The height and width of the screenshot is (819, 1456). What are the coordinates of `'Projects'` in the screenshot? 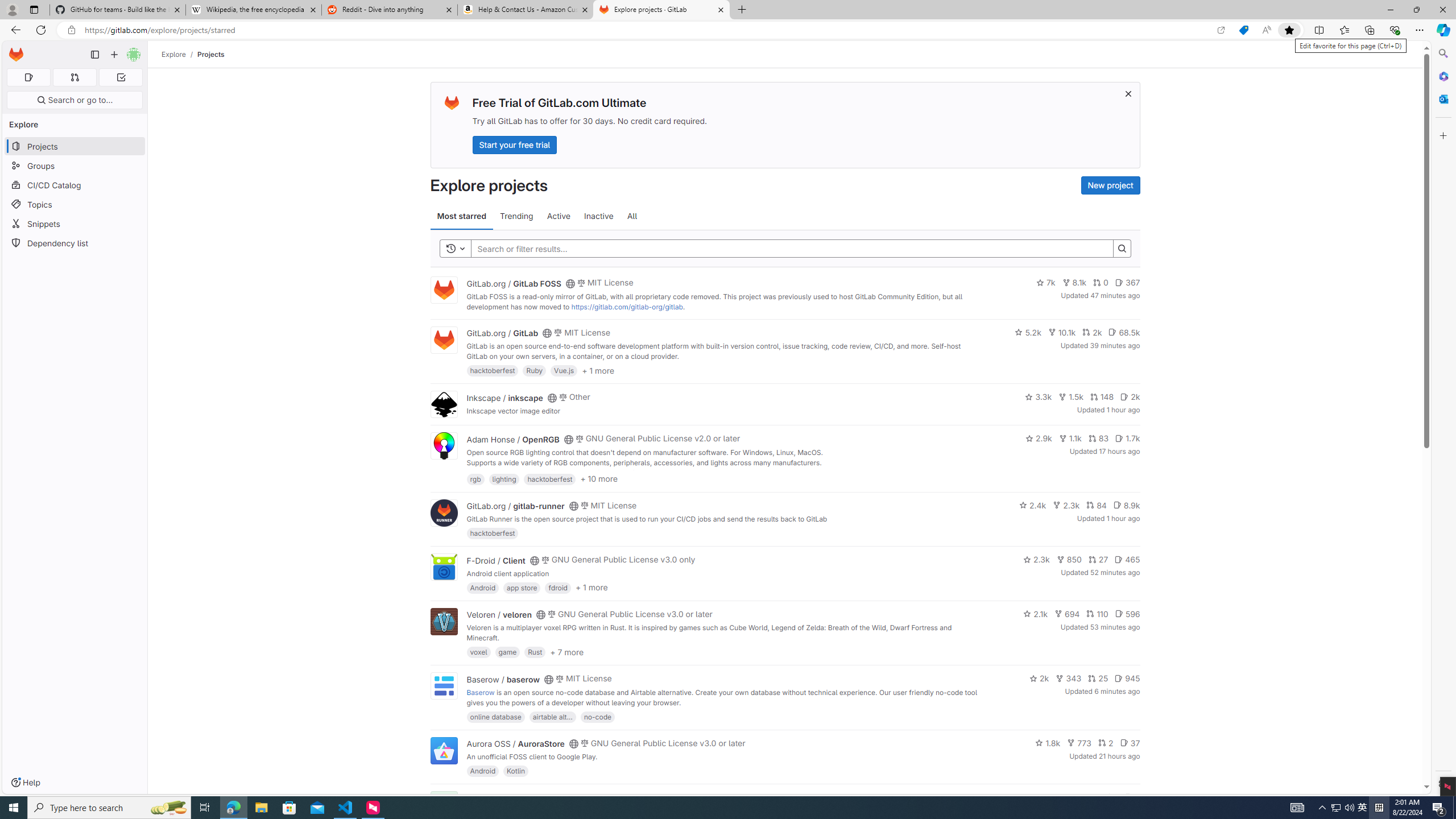 It's located at (210, 54).